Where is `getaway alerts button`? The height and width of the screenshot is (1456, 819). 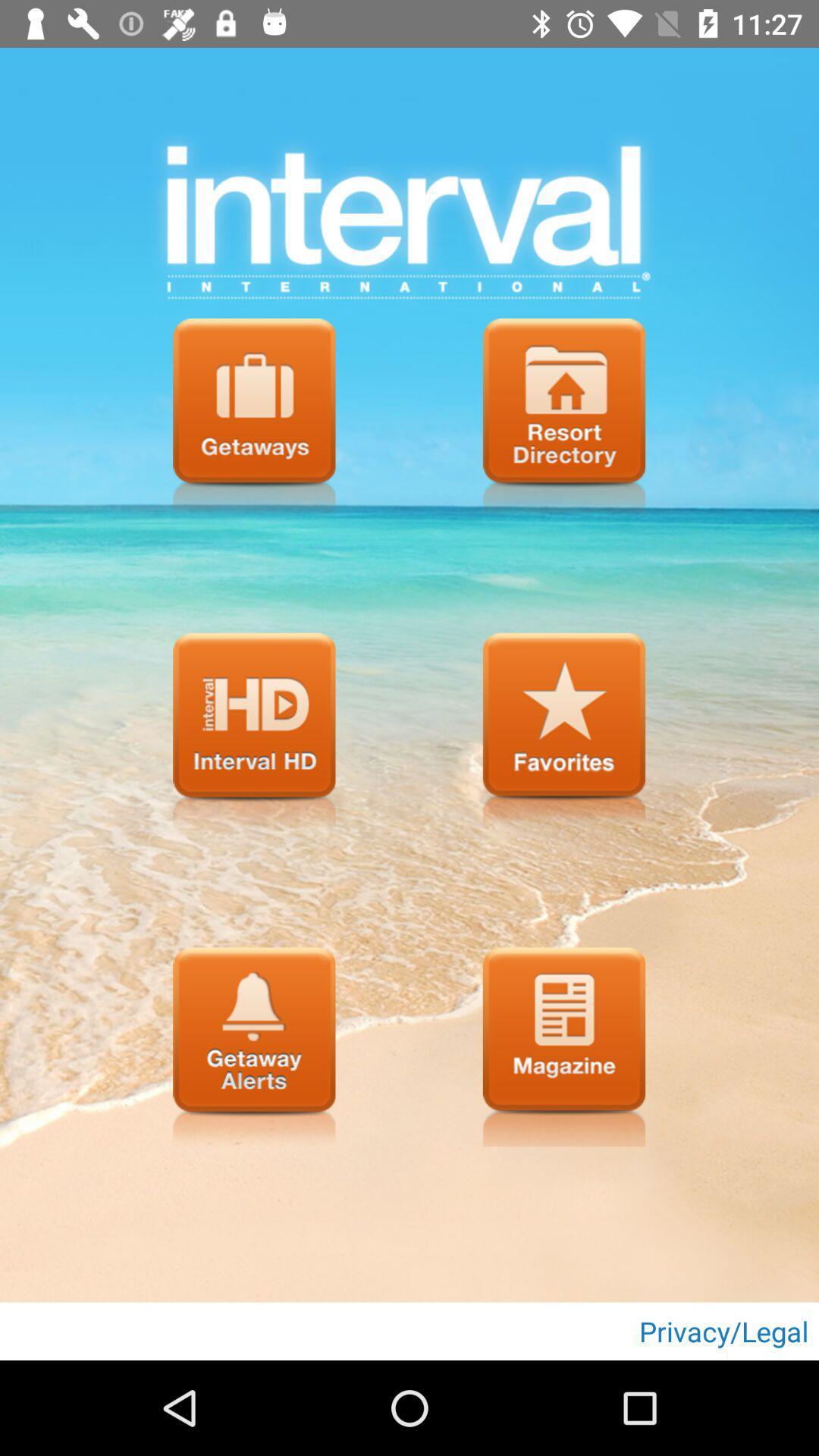 getaway alerts button is located at coordinates (253, 1046).